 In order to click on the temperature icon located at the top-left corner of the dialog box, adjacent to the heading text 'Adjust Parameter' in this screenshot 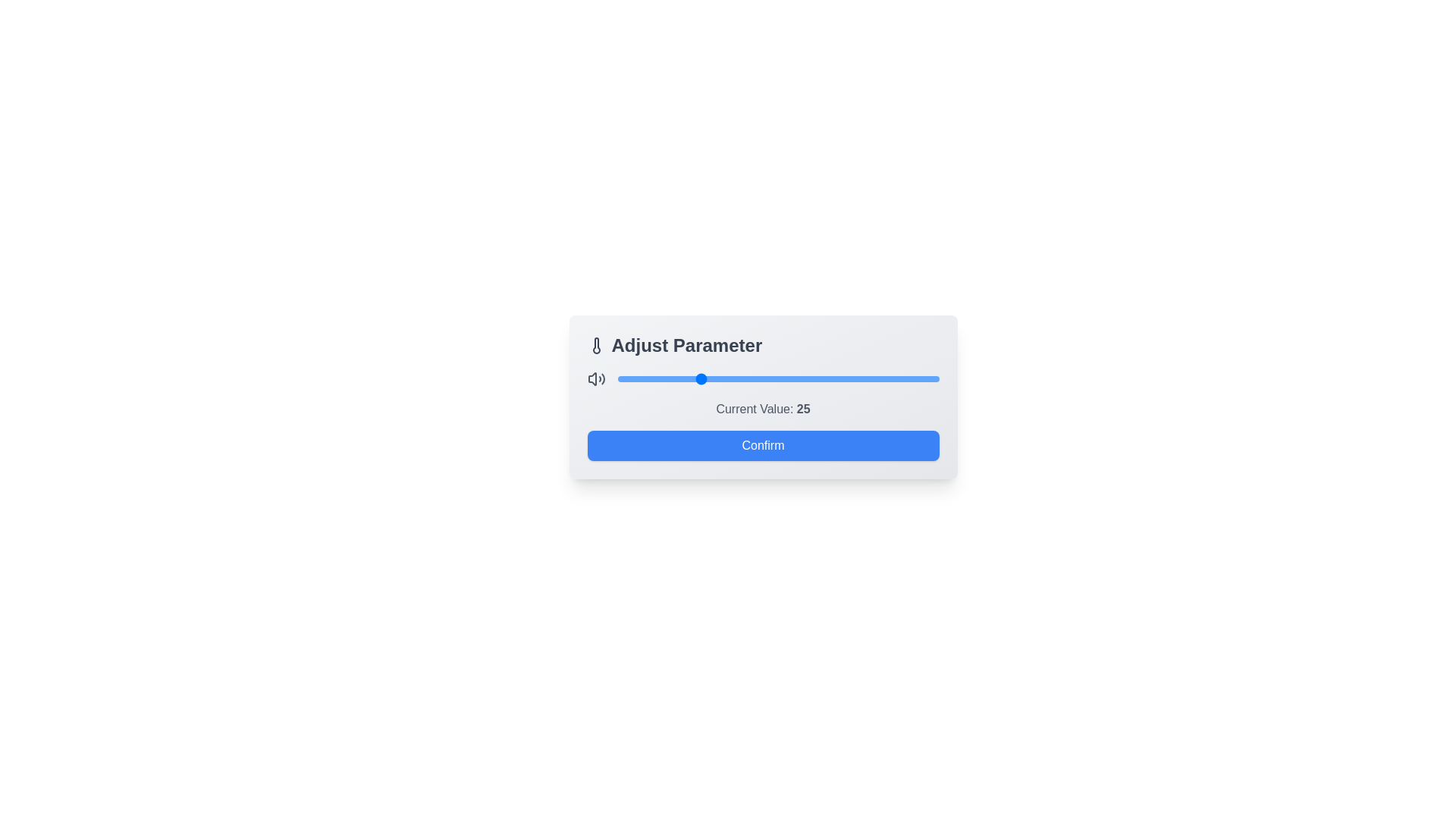, I will do `click(595, 345)`.